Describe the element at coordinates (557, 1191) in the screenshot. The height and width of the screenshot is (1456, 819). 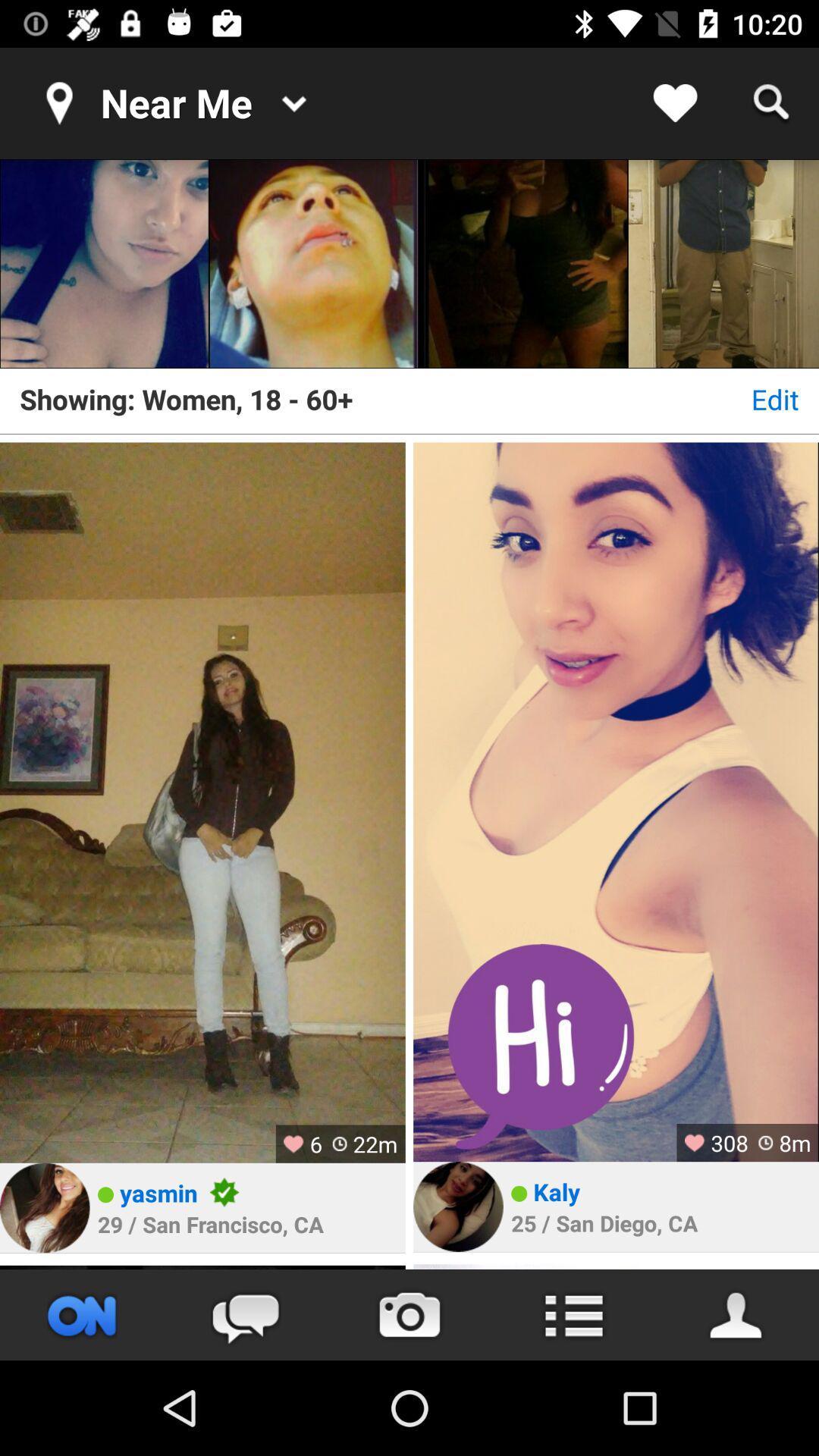
I see `item above the 25 san diego` at that location.